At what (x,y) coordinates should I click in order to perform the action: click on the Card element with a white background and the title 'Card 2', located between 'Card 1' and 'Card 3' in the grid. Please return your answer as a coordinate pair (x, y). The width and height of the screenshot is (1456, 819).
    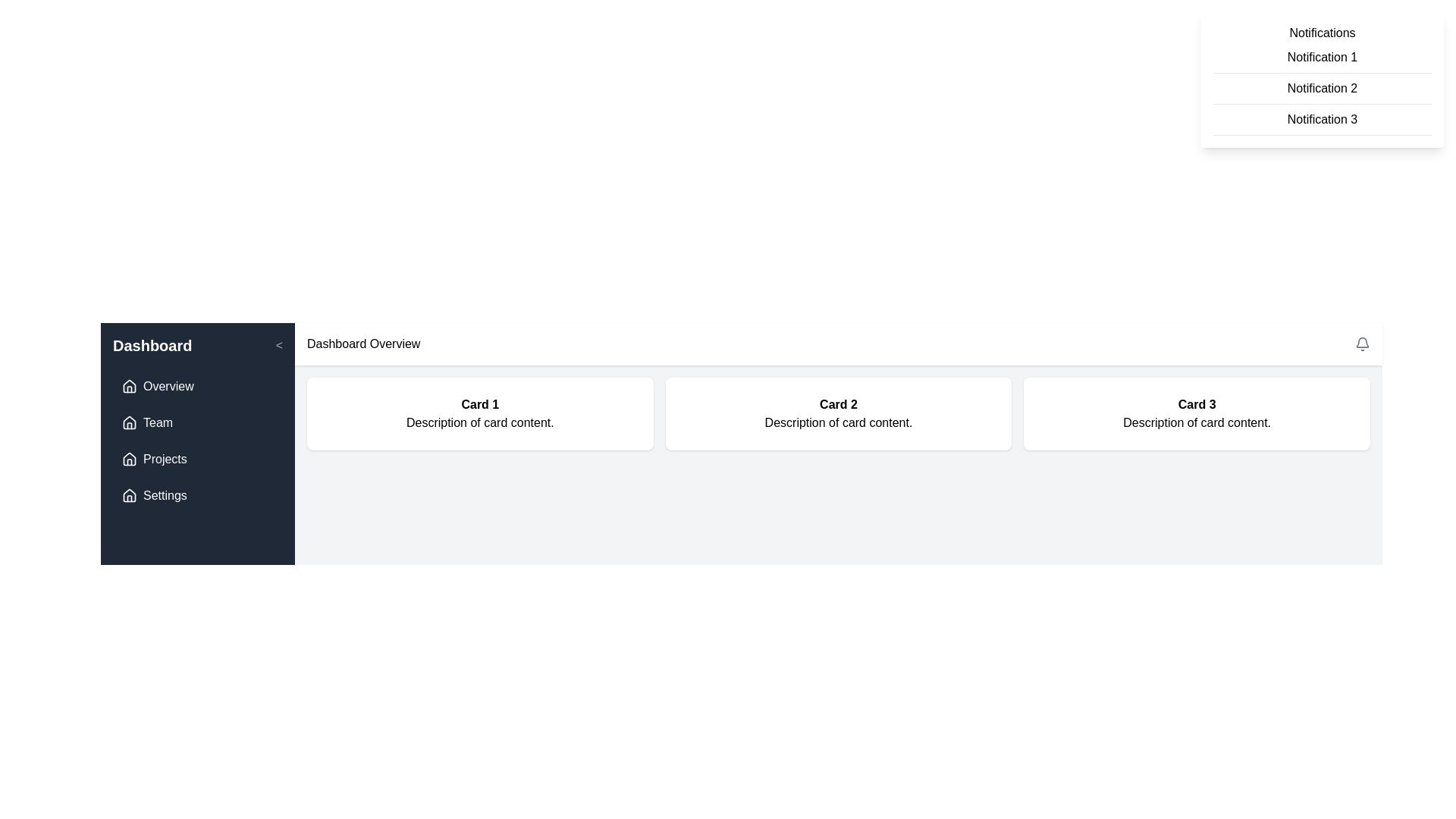
    Looking at the image, I should click on (837, 414).